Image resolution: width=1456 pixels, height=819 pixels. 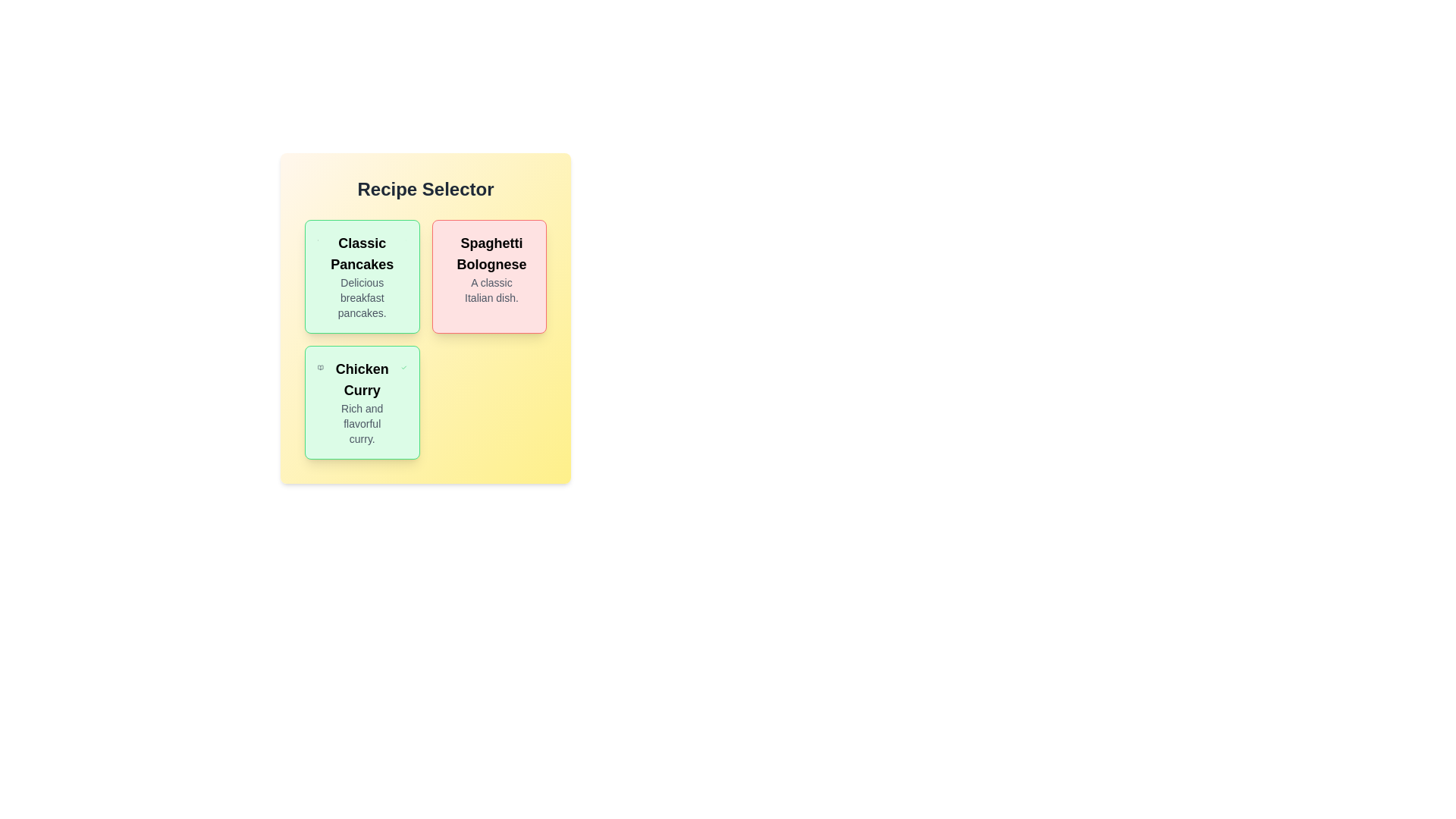 What do you see at coordinates (361, 402) in the screenshot?
I see `the recipe Chicken Curry` at bounding box center [361, 402].